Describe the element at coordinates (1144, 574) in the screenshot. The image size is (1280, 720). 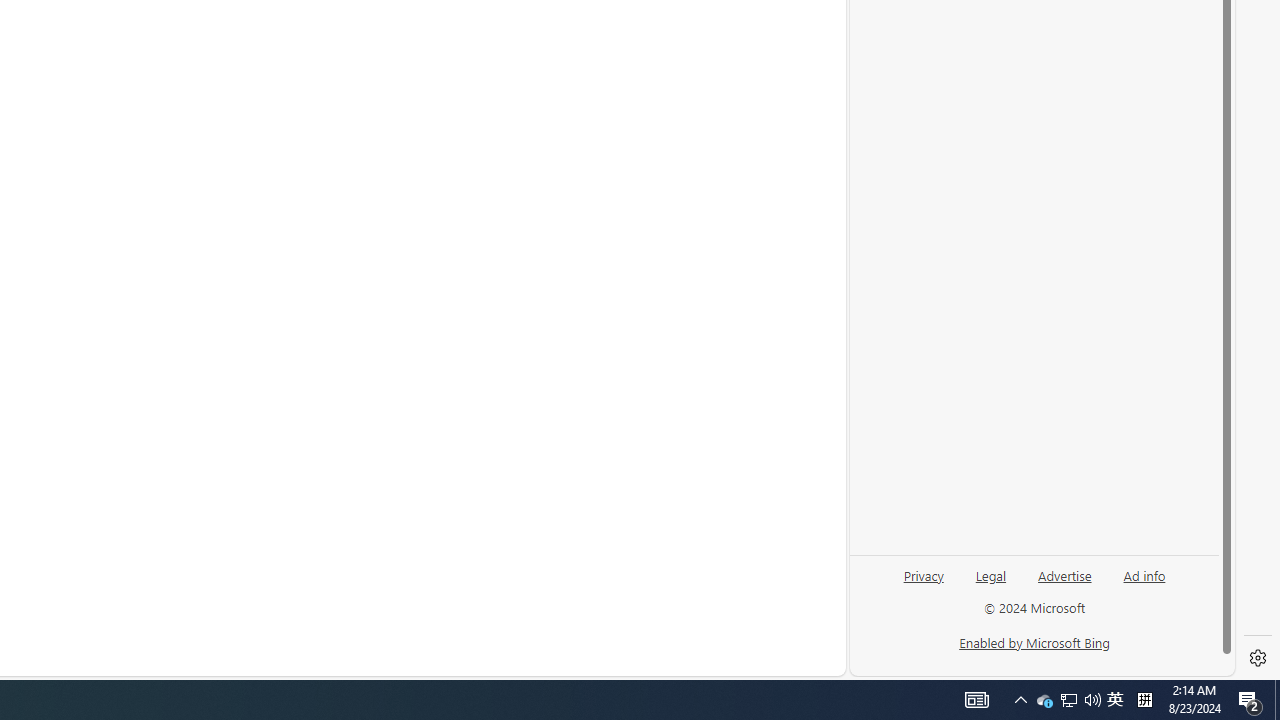
I see `'Ad info'` at that location.